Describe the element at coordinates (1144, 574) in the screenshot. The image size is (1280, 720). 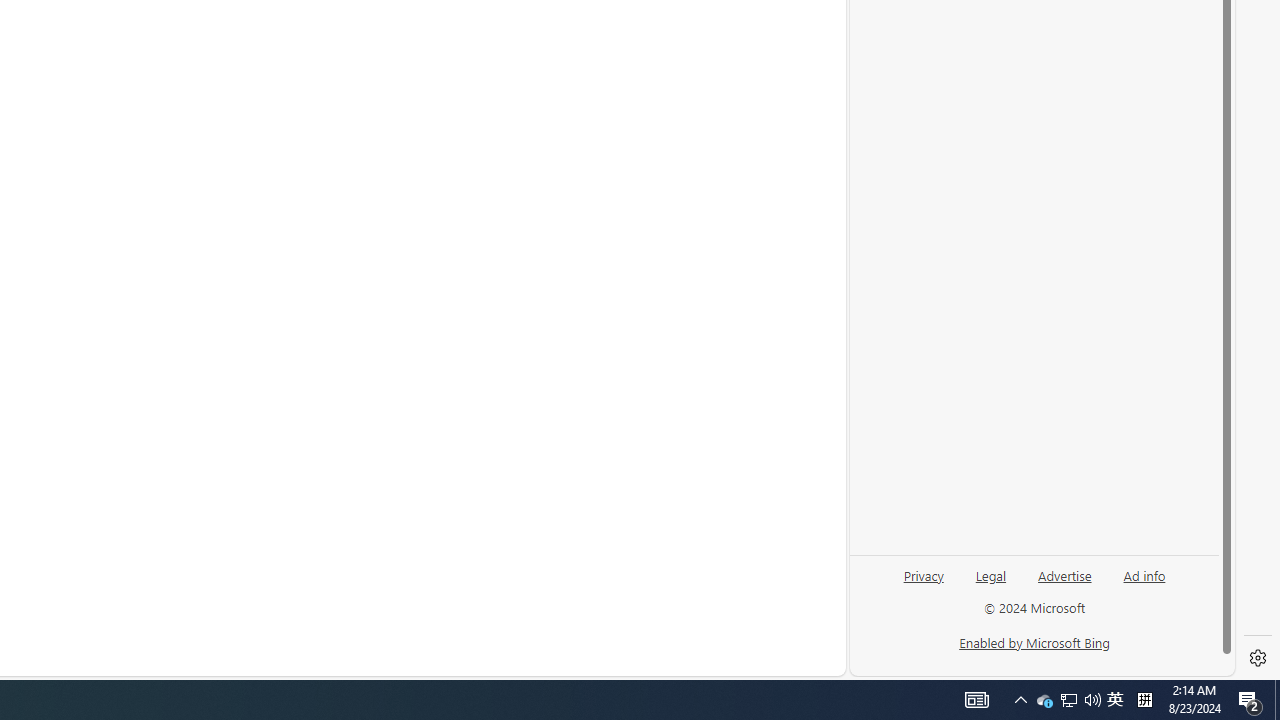
I see `'Ad info'` at that location.